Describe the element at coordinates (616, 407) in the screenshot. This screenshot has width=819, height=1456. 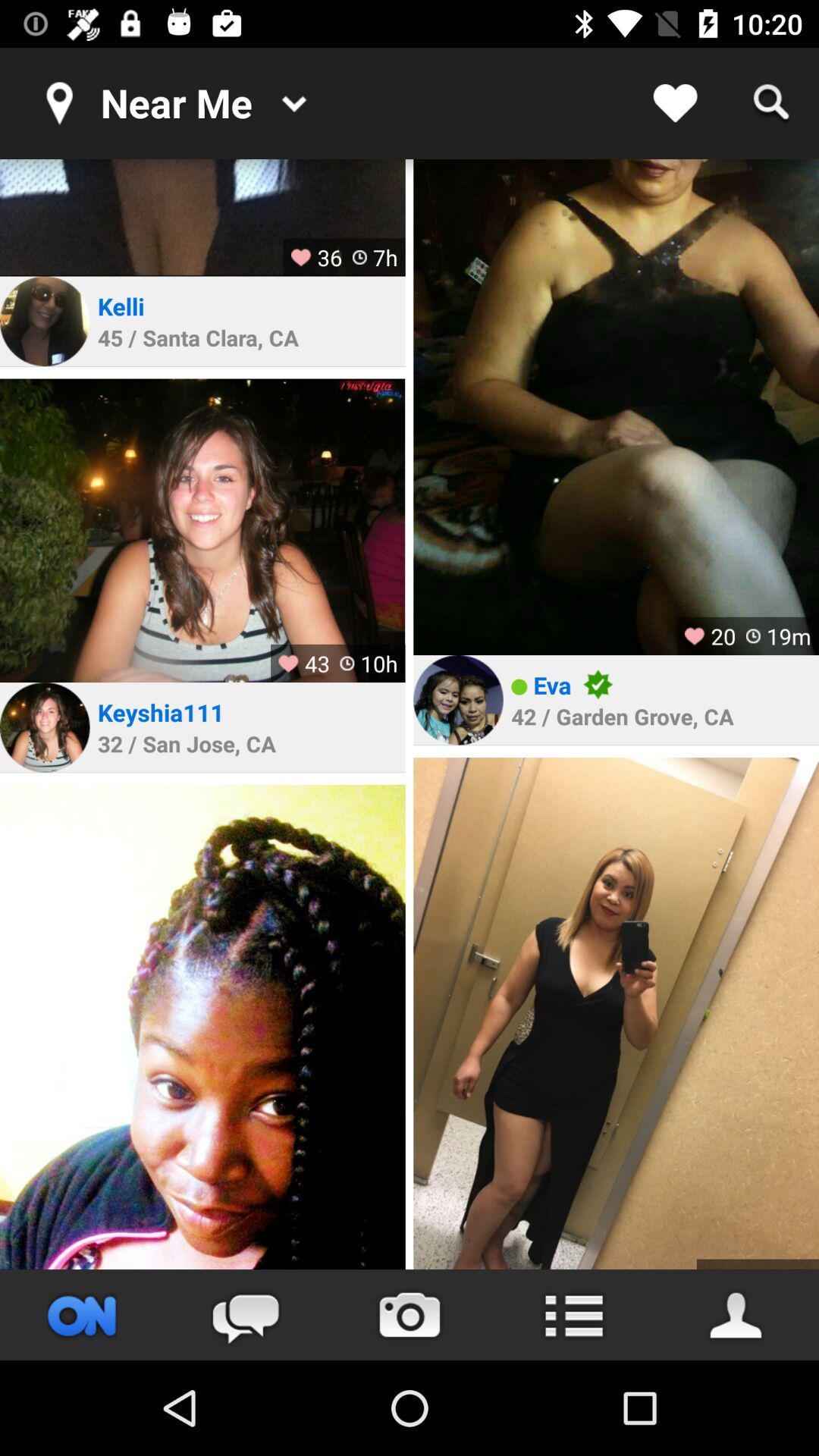
I see `zoom into picture` at that location.